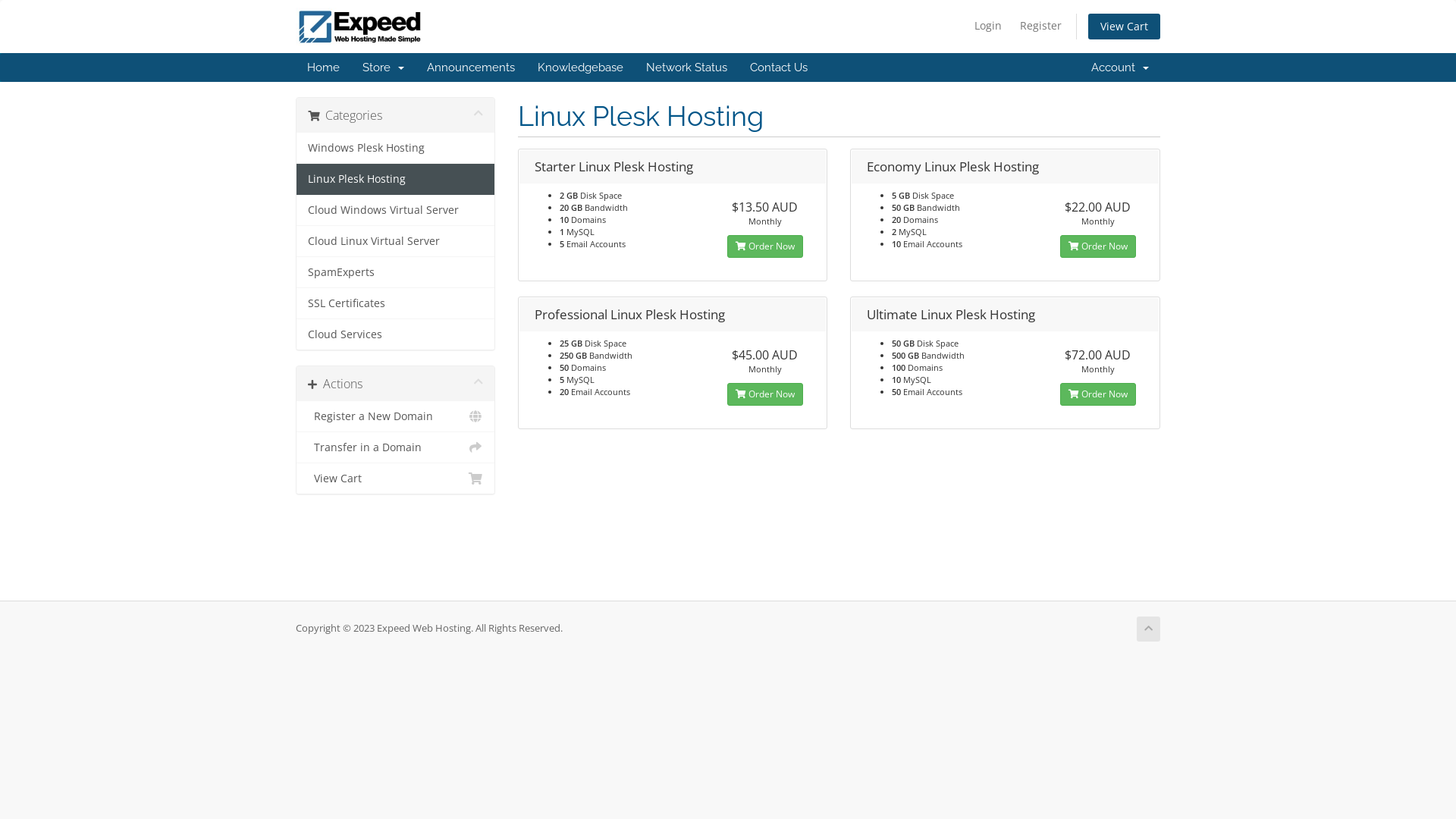  I want to click on 'Linux Plesk Hosting', so click(395, 178).